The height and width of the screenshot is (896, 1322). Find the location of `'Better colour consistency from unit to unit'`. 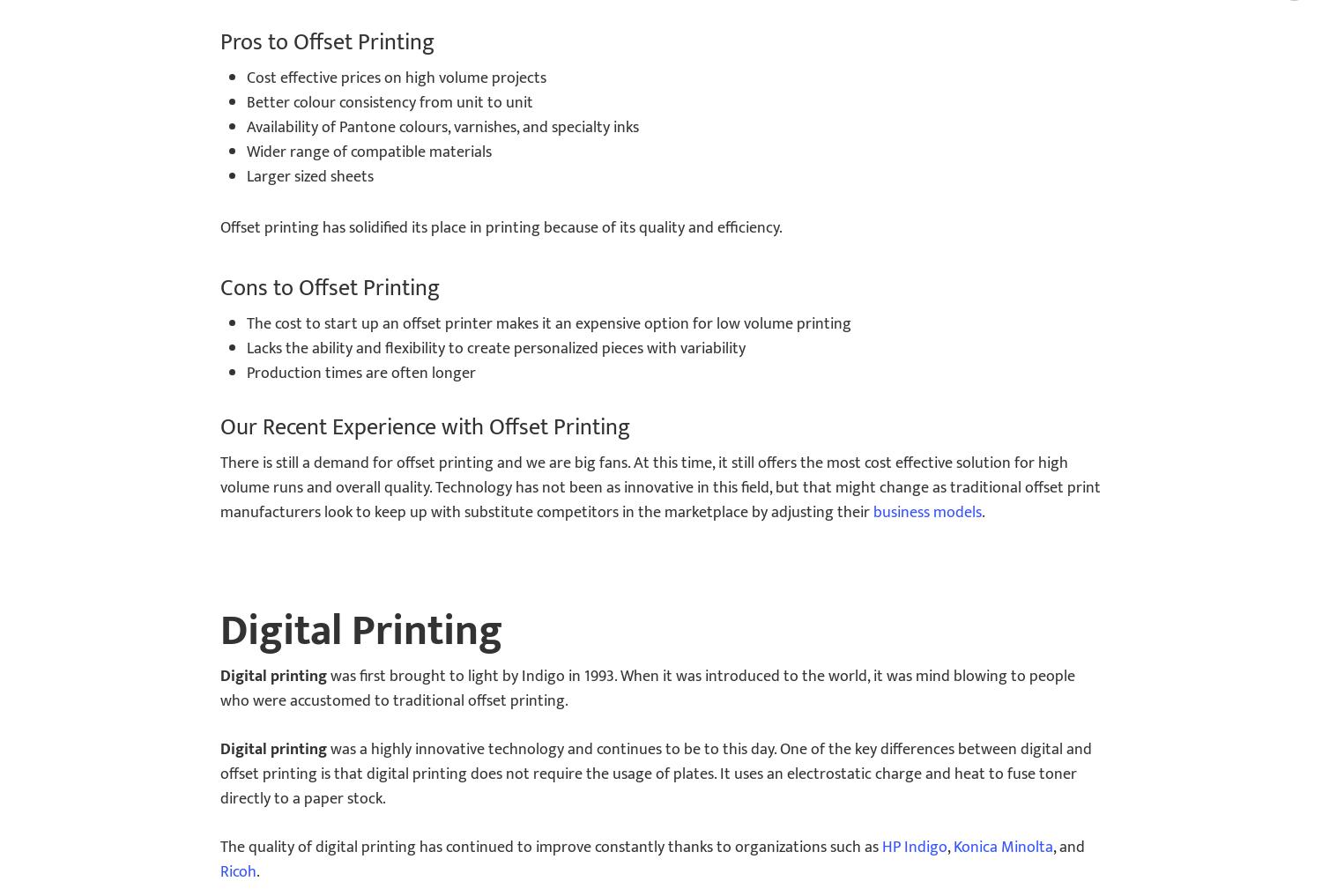

'Better colour consistency from unit to unit' is located at coordinates (247, 101).